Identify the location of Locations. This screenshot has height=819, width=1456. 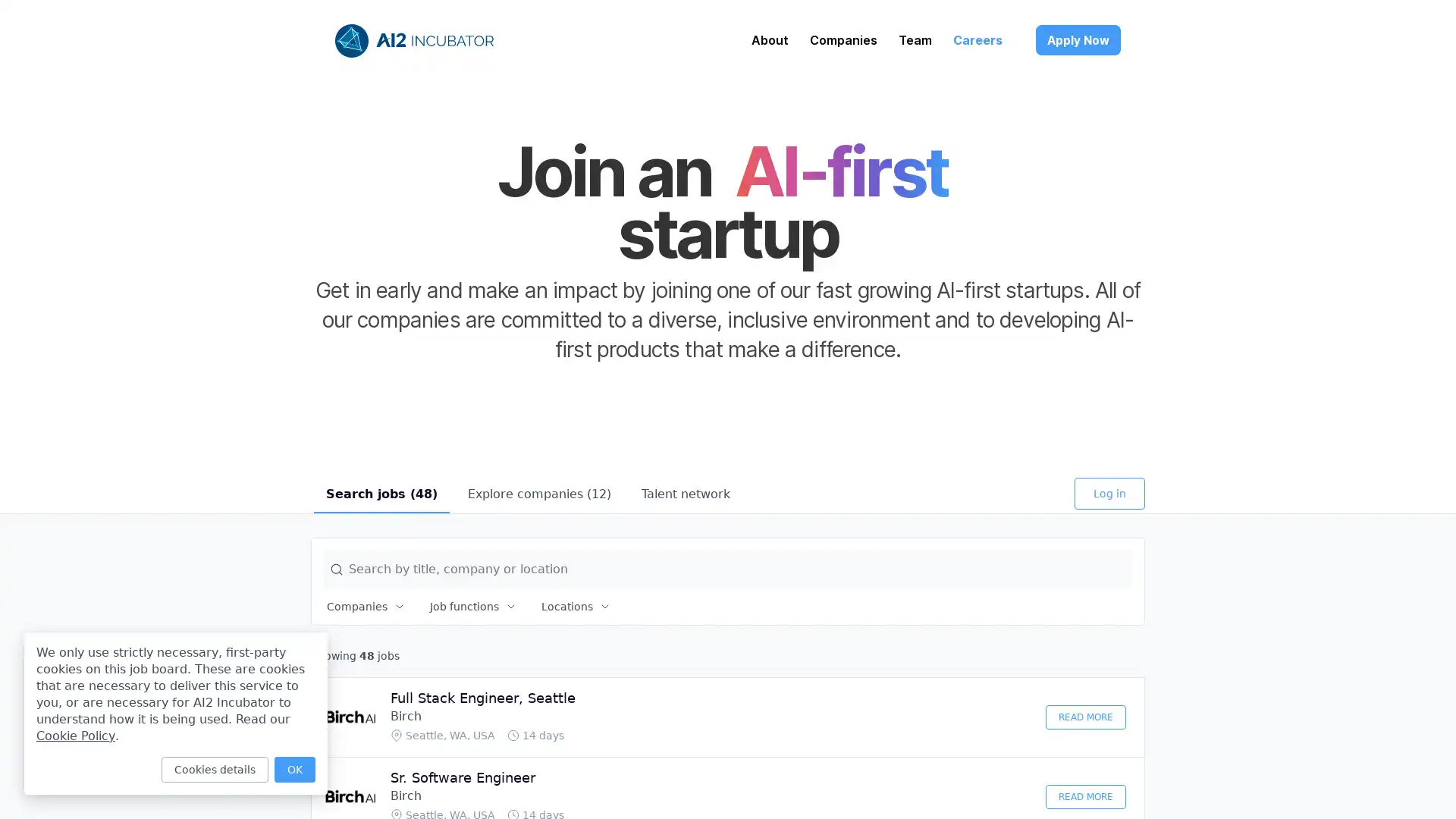
(575, 604).